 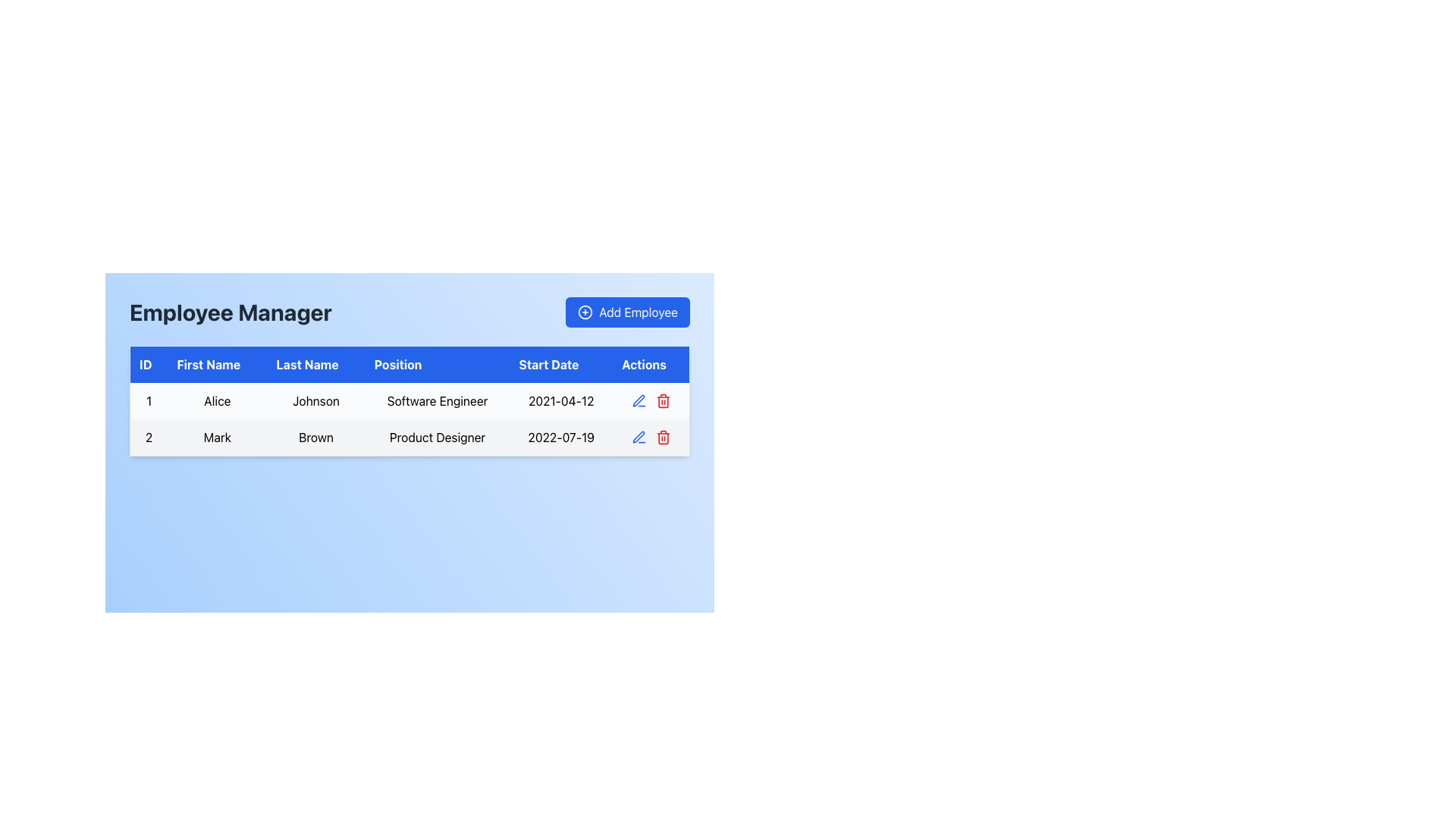 What do you see at coordinates (639, 400) in the screenshot?
I see `the pen icon in the 'Actions' column adjacent to the second row of employee data for 'Mark Brown, Product Designer' to trigger the tooltip or hover effect` at bounding box center [639, 400].